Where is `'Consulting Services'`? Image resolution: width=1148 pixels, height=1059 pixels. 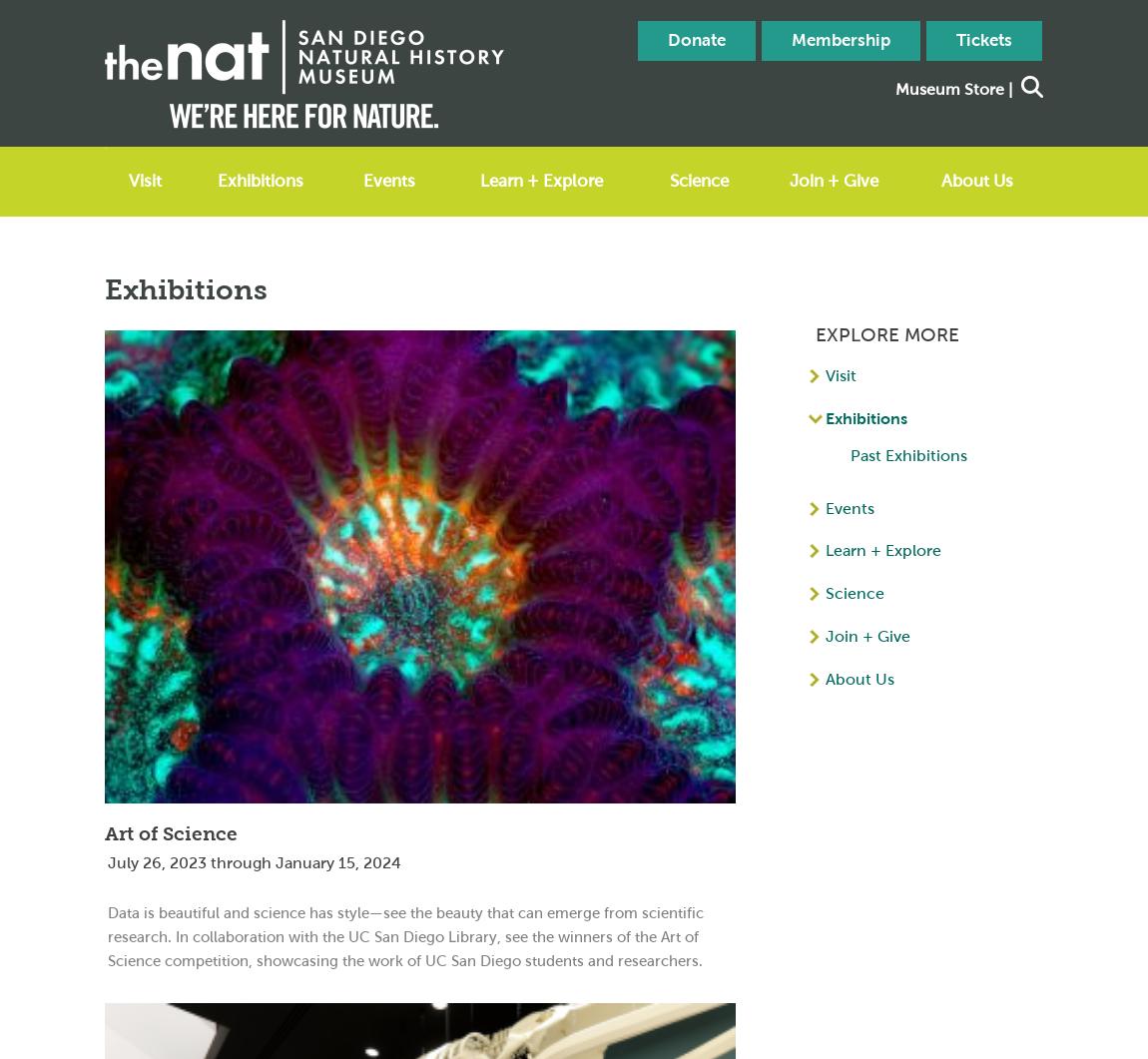
'Consulting Services' is located at coordinates (653, 269).